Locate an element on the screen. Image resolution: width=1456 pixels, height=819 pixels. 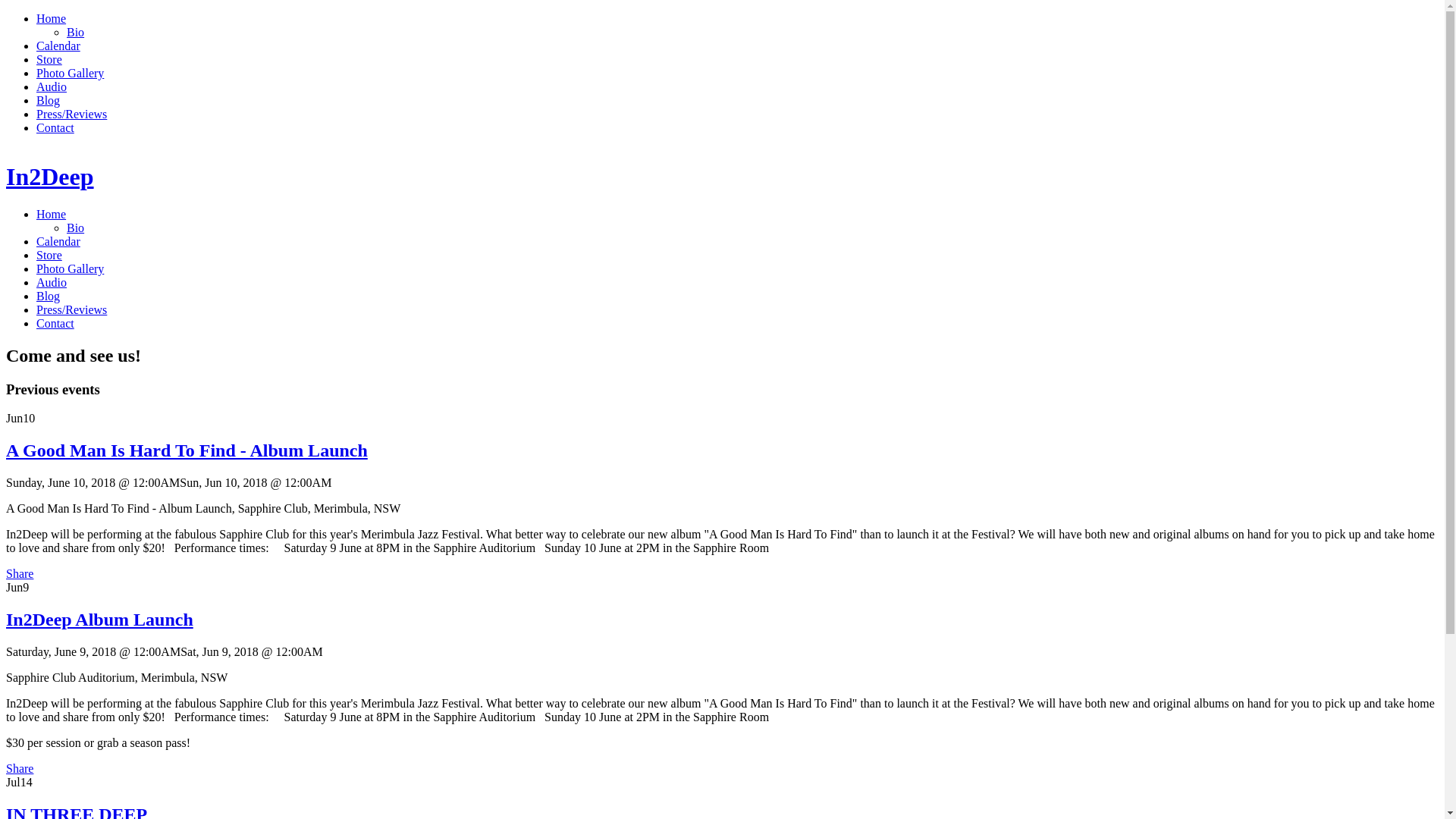
'In2Deep' is located at coordinates (6, 175).